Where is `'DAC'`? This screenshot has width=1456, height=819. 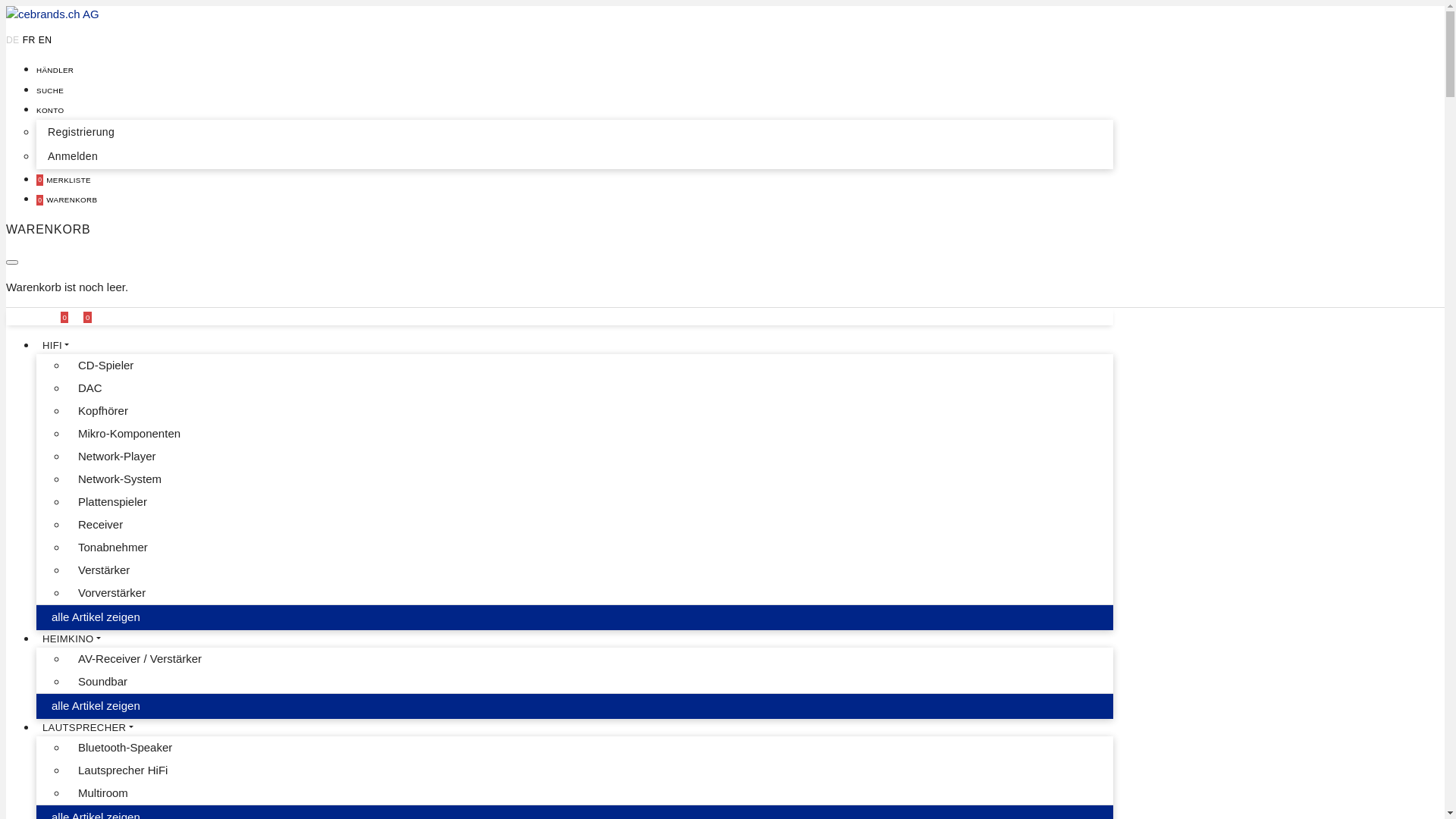
'DAC' is located at coordinates (65, 388).